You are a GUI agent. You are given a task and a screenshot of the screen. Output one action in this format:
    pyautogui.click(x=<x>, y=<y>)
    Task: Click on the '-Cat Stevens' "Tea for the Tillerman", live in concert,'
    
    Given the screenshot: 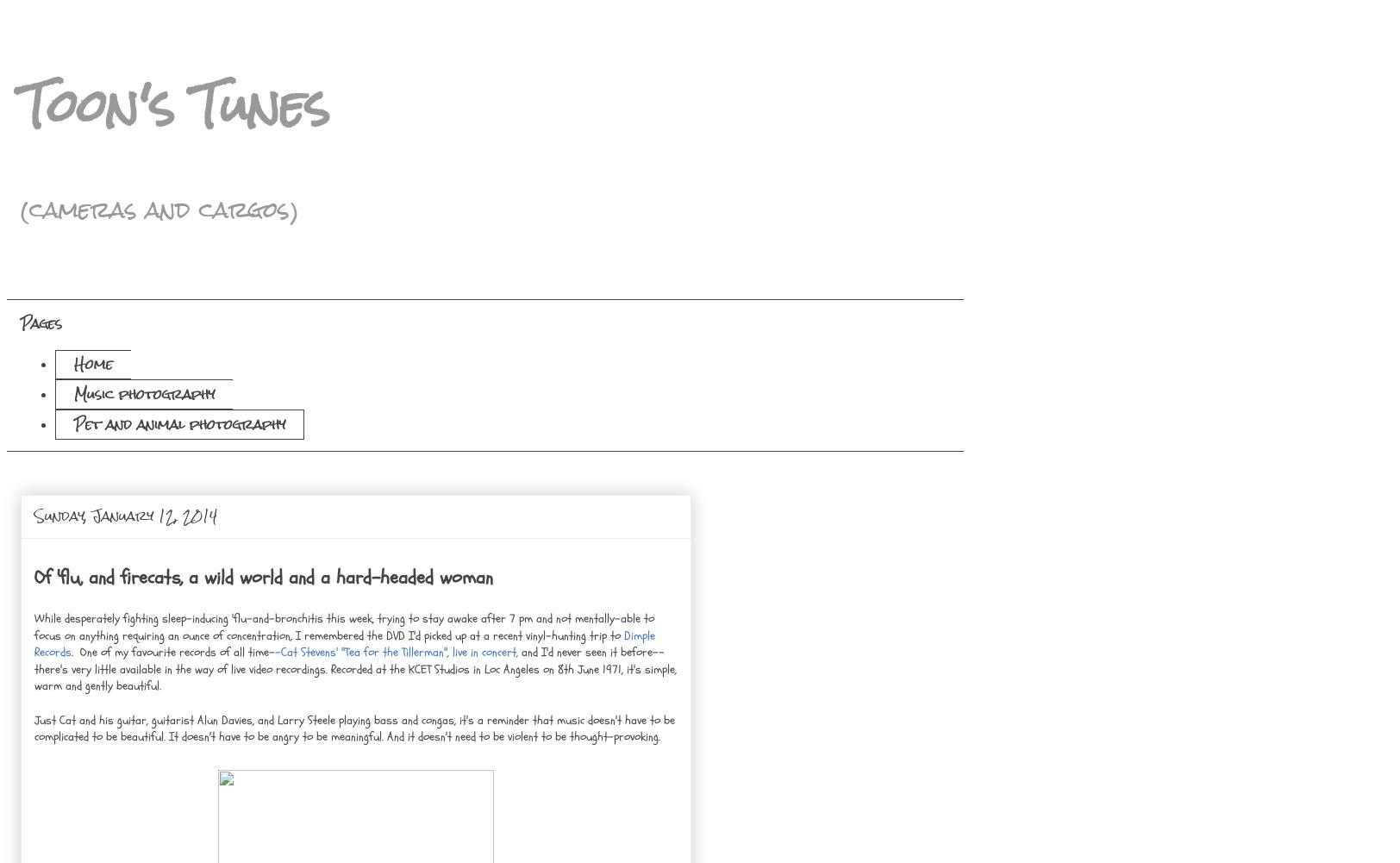 What is the action you would take?
    pyautogui.click(x=398, y=652)
    